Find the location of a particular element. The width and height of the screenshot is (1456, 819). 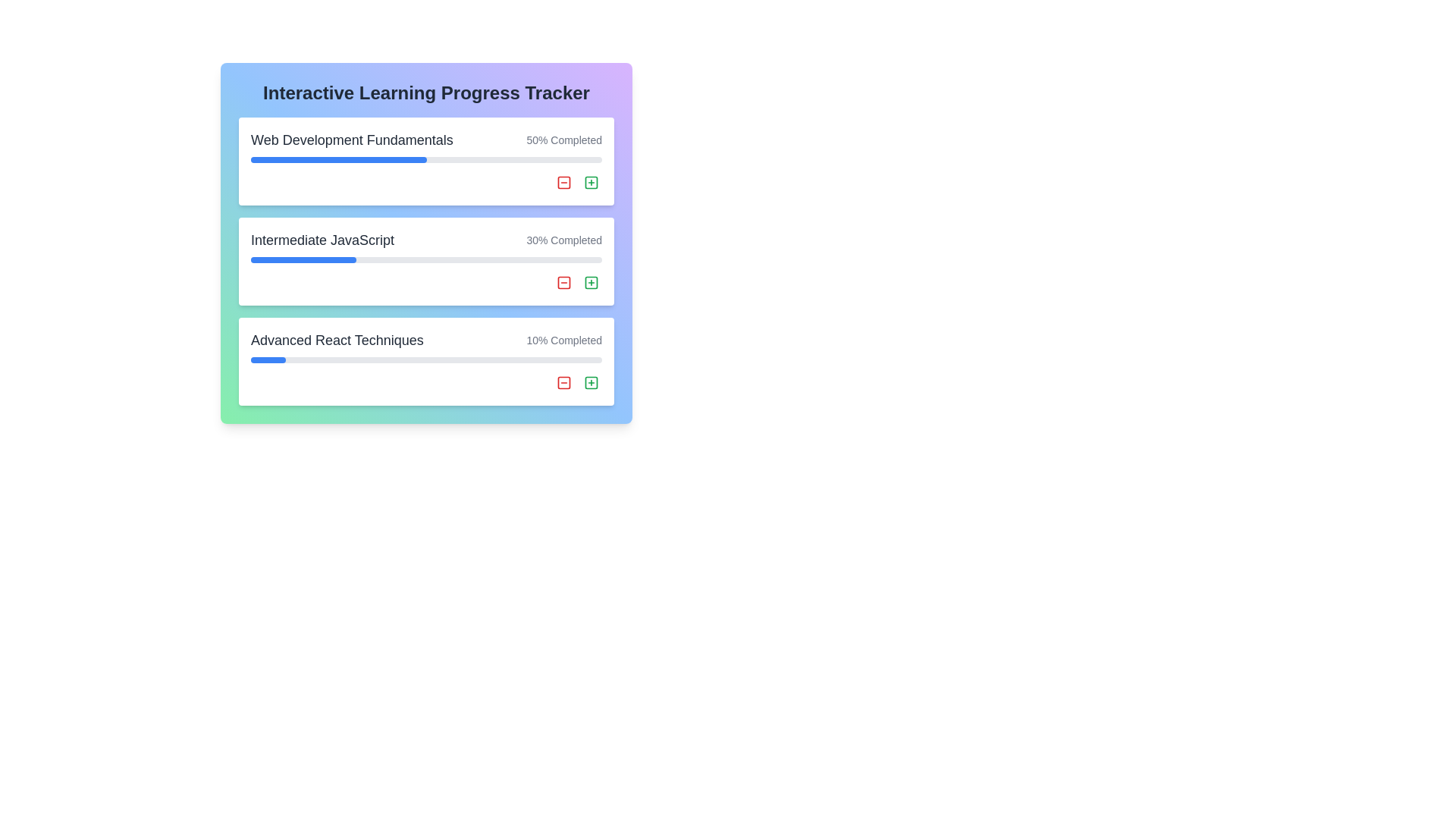

the 'remove' or 'delete' icon located to the right of the progress bar for the 'Intermediate JavaScript' entry is located at coordinates (563, 283).